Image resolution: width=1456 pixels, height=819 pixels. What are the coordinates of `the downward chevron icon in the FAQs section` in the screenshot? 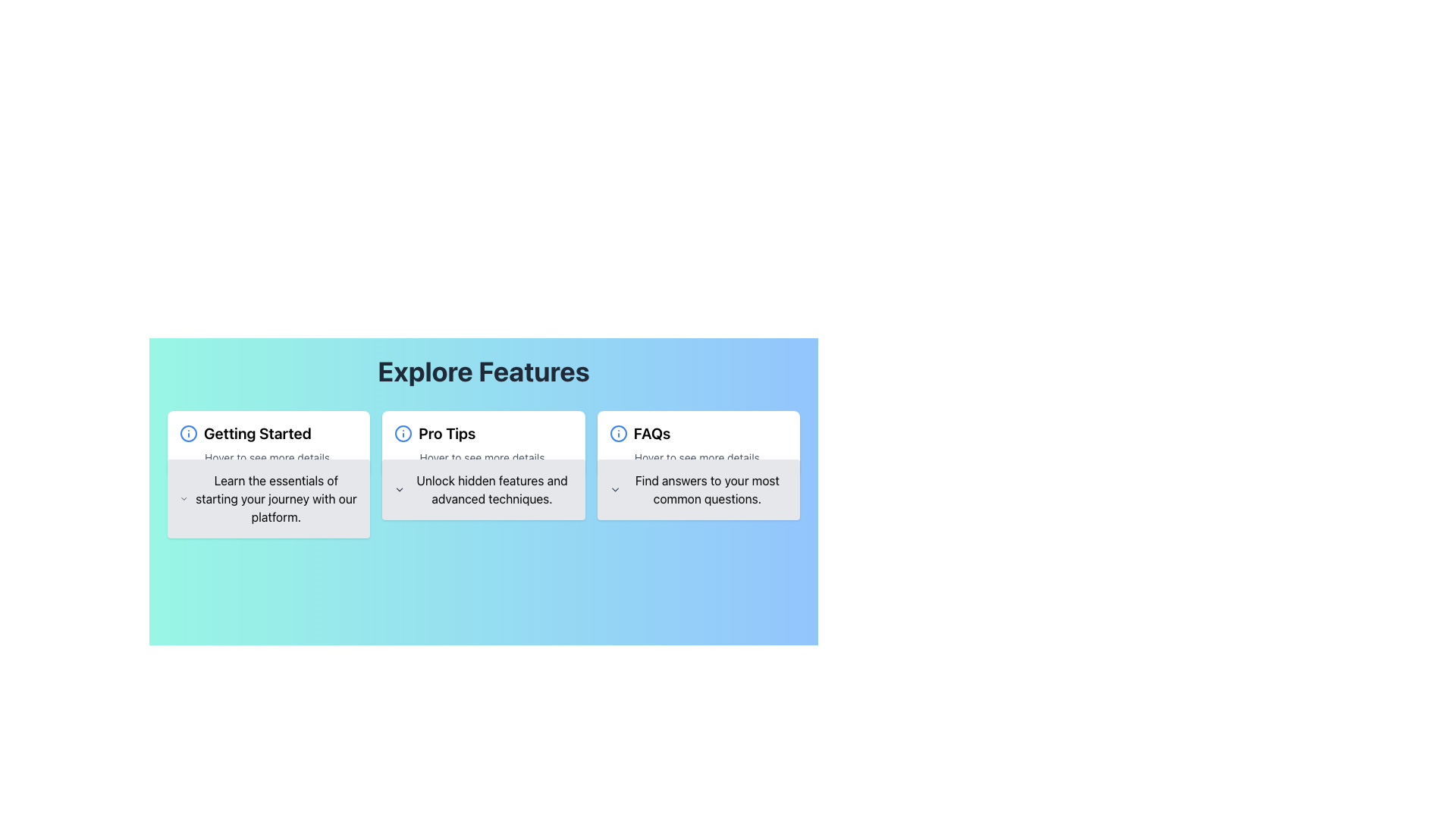 It's located at (698, 489).